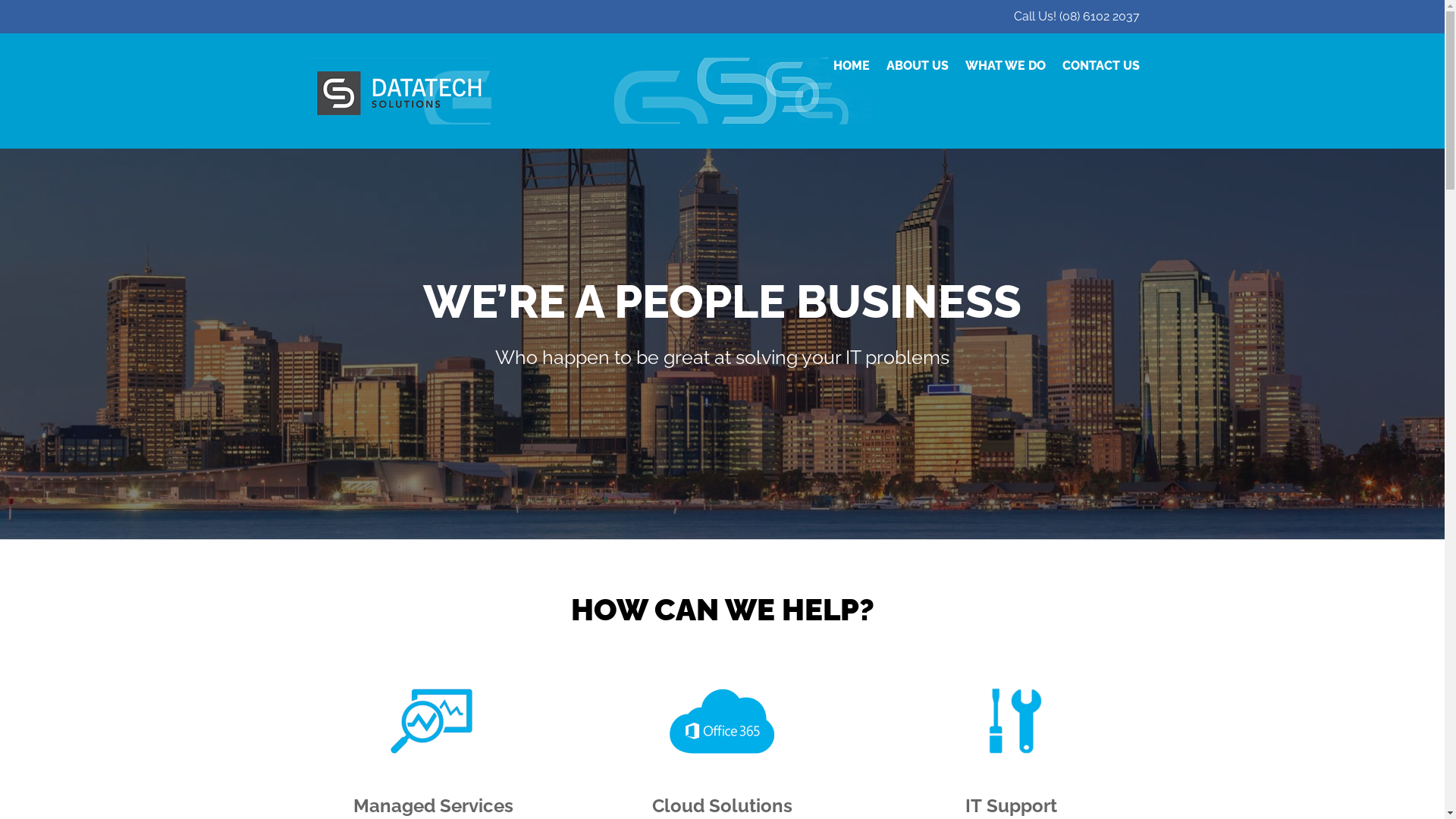  Describe the element at coordinates (1012, 720) in the screenshot. I see `'IT-Support-Icon-LB'` at that location.